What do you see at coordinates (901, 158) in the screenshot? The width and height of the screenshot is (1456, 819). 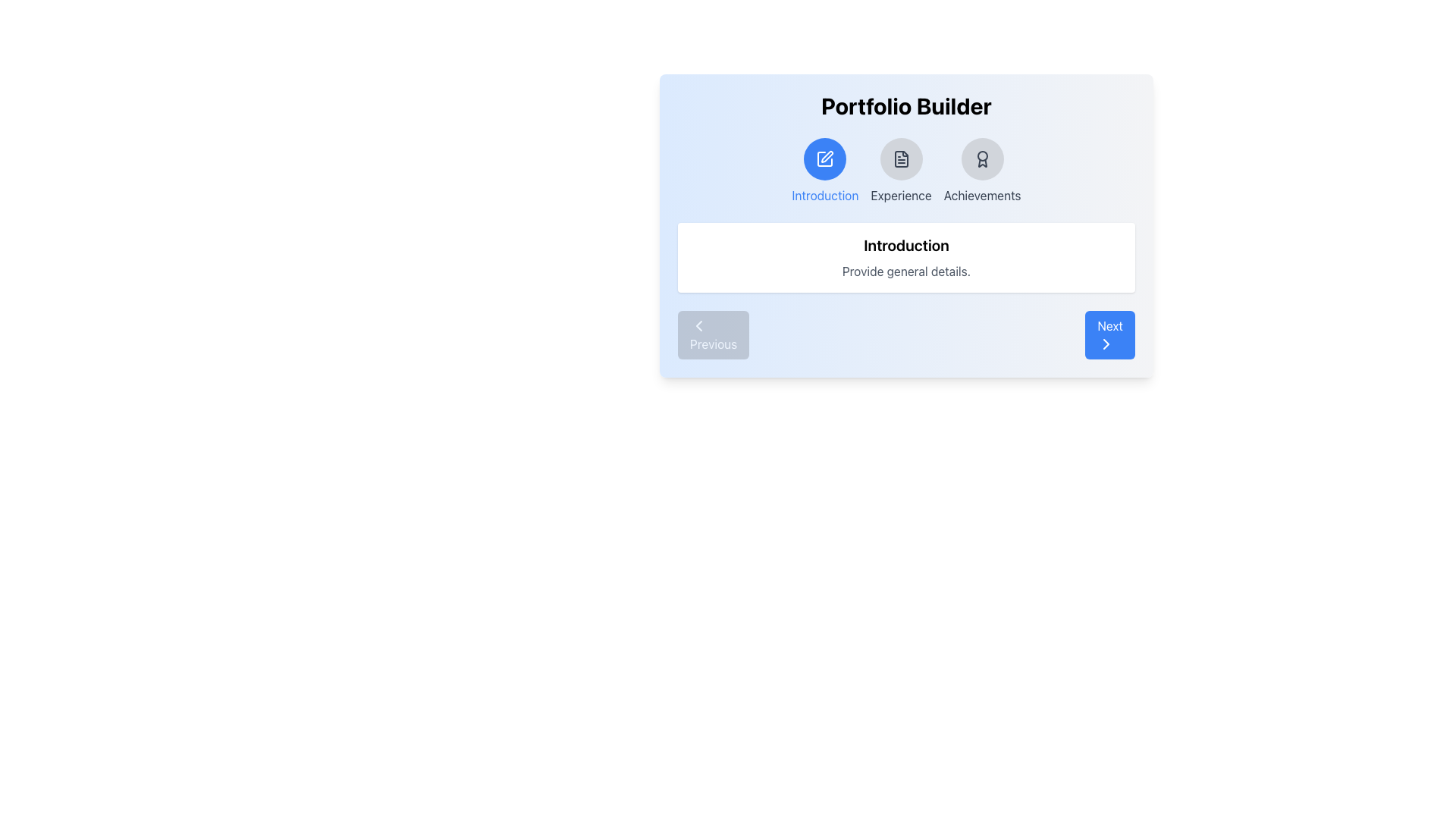 I see `the second circular button labeled 'Experience' with a light gray background and a file icon` at bounding box center [901, 158].